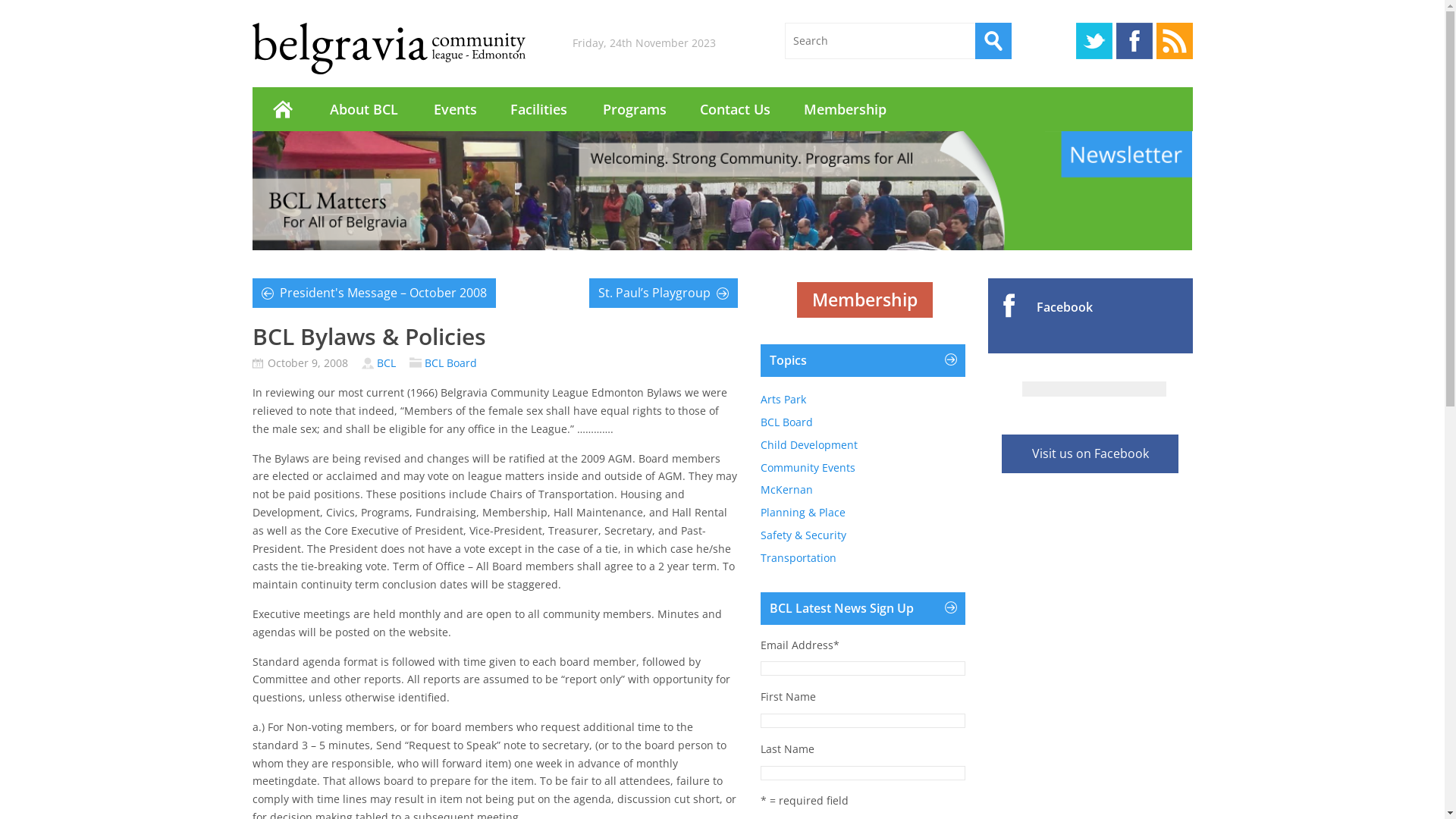 This screenshot has width=1456, height=819. What do you see at coordinates (281, 108) in the screenshot?
I see `'Home'` at bounding box center [281, 108].